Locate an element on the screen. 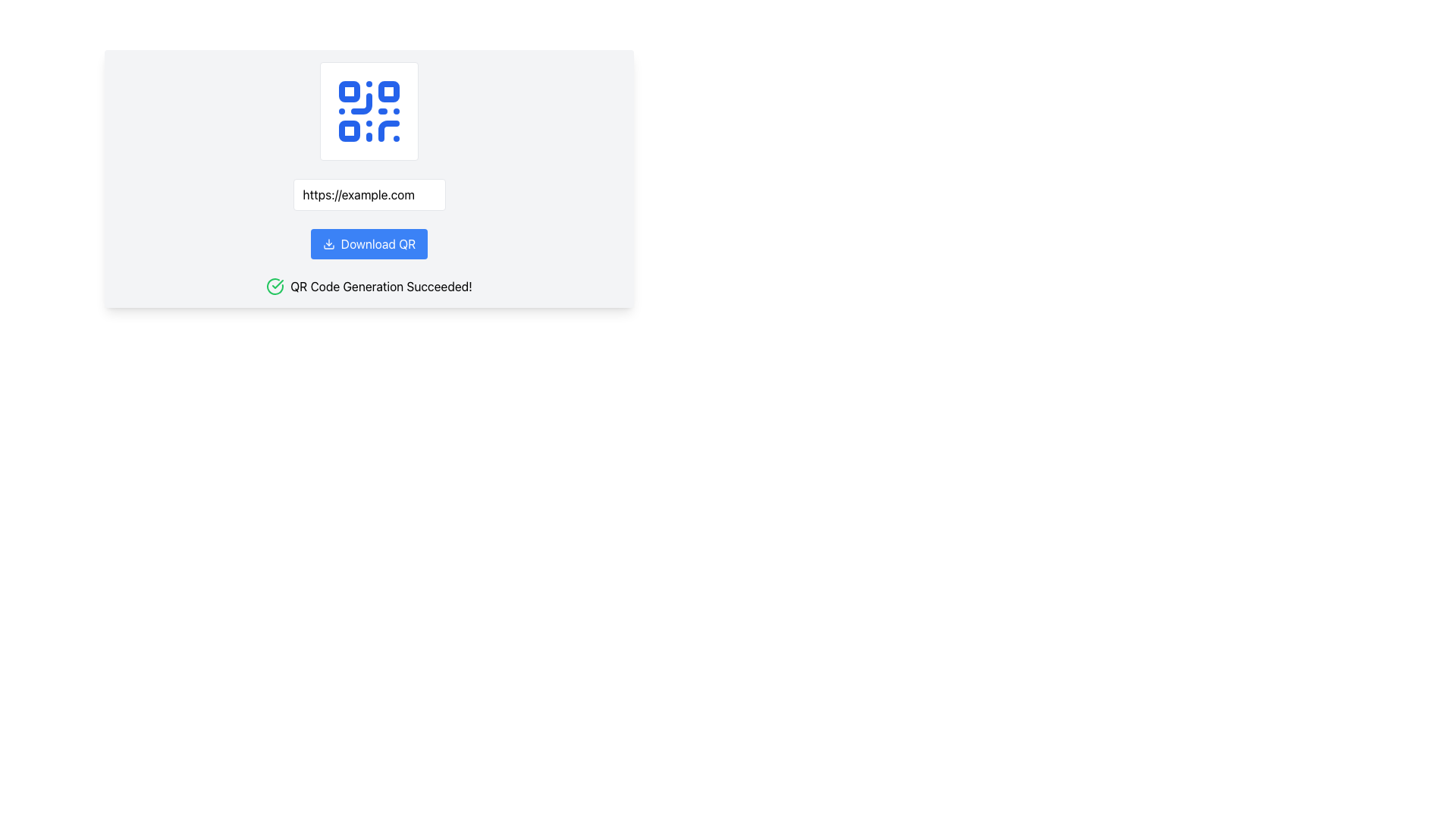  the download icon which is part of the 'Download QR' button is located at coordinates (328, 243).